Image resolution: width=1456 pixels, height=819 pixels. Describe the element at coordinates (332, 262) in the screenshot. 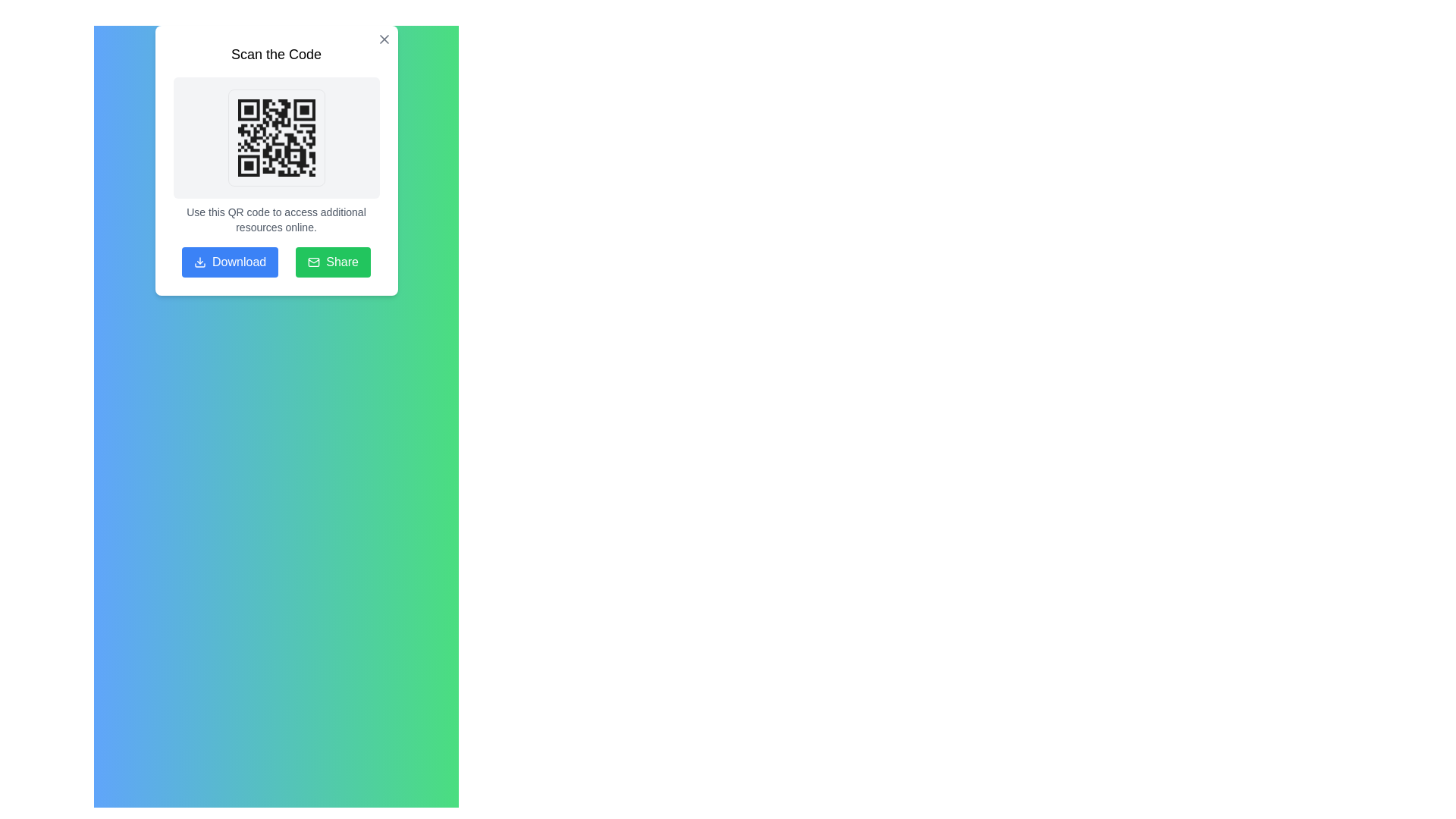

I see `the share button located at the bottom right of the dialog box, which is the second button from the left in a horizontal row` at that location.